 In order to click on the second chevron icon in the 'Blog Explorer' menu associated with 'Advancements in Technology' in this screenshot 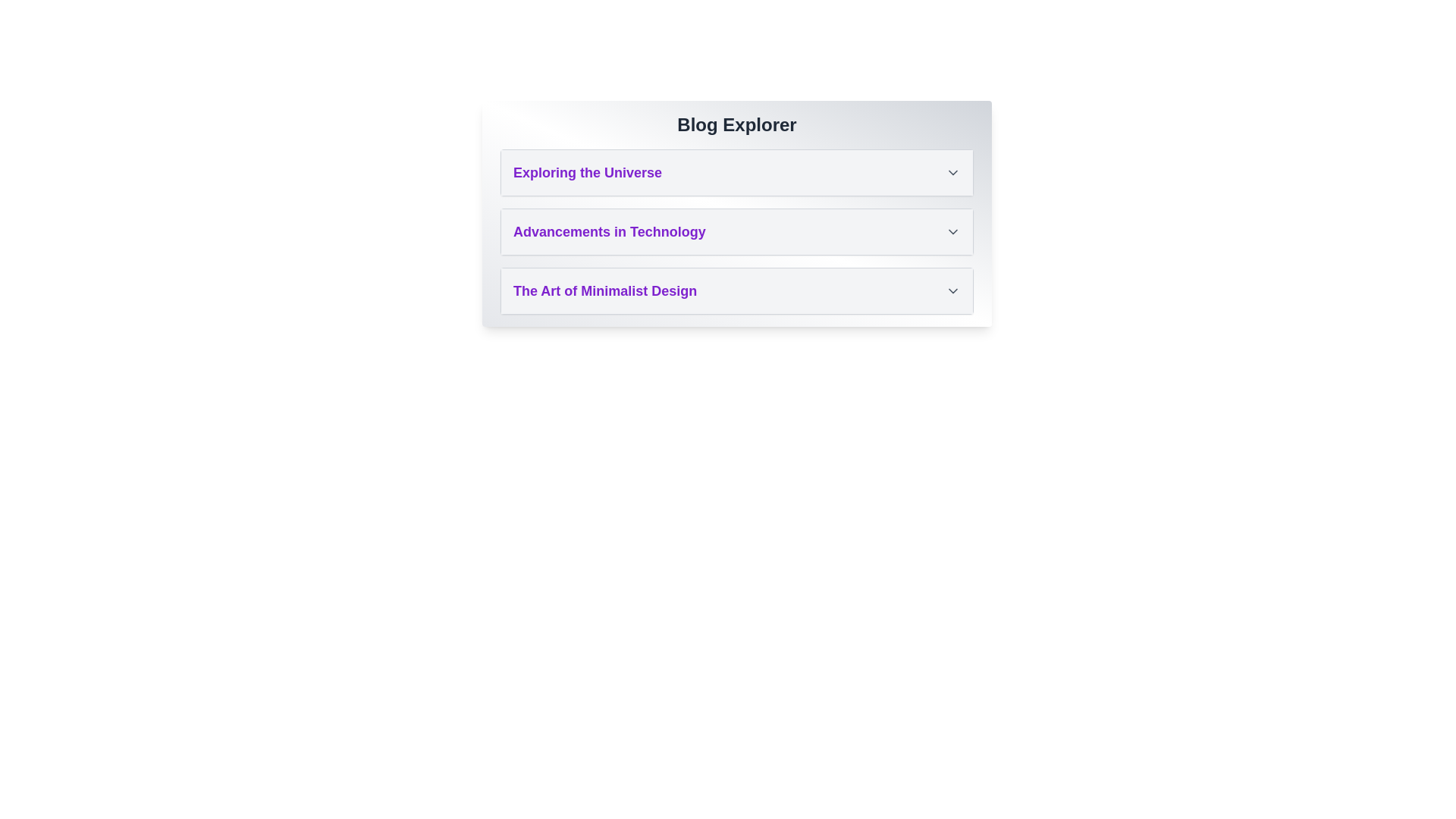, I will do `click(952, 231)`.